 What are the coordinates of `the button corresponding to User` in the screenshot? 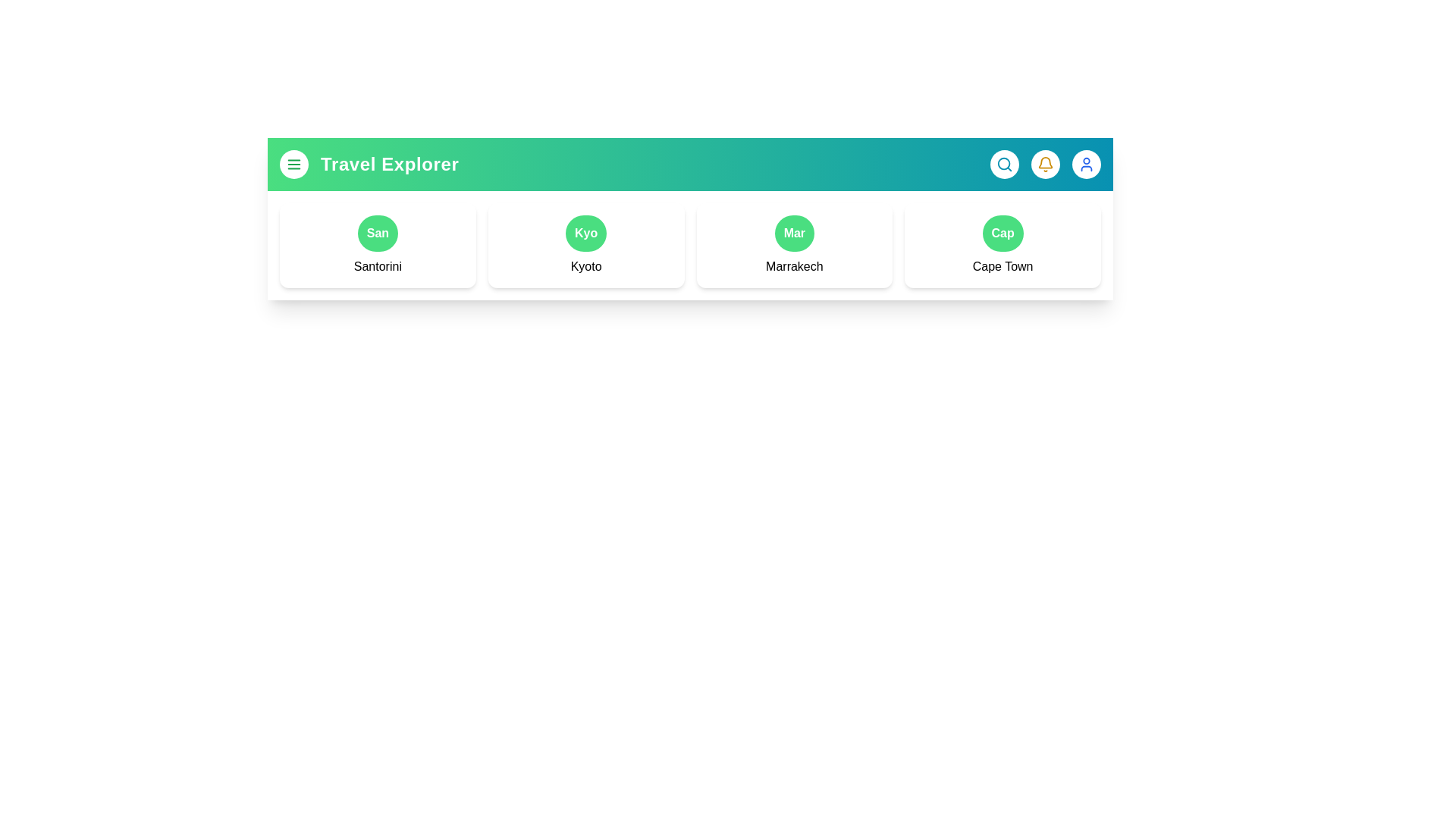 It's located at (1086, 164).